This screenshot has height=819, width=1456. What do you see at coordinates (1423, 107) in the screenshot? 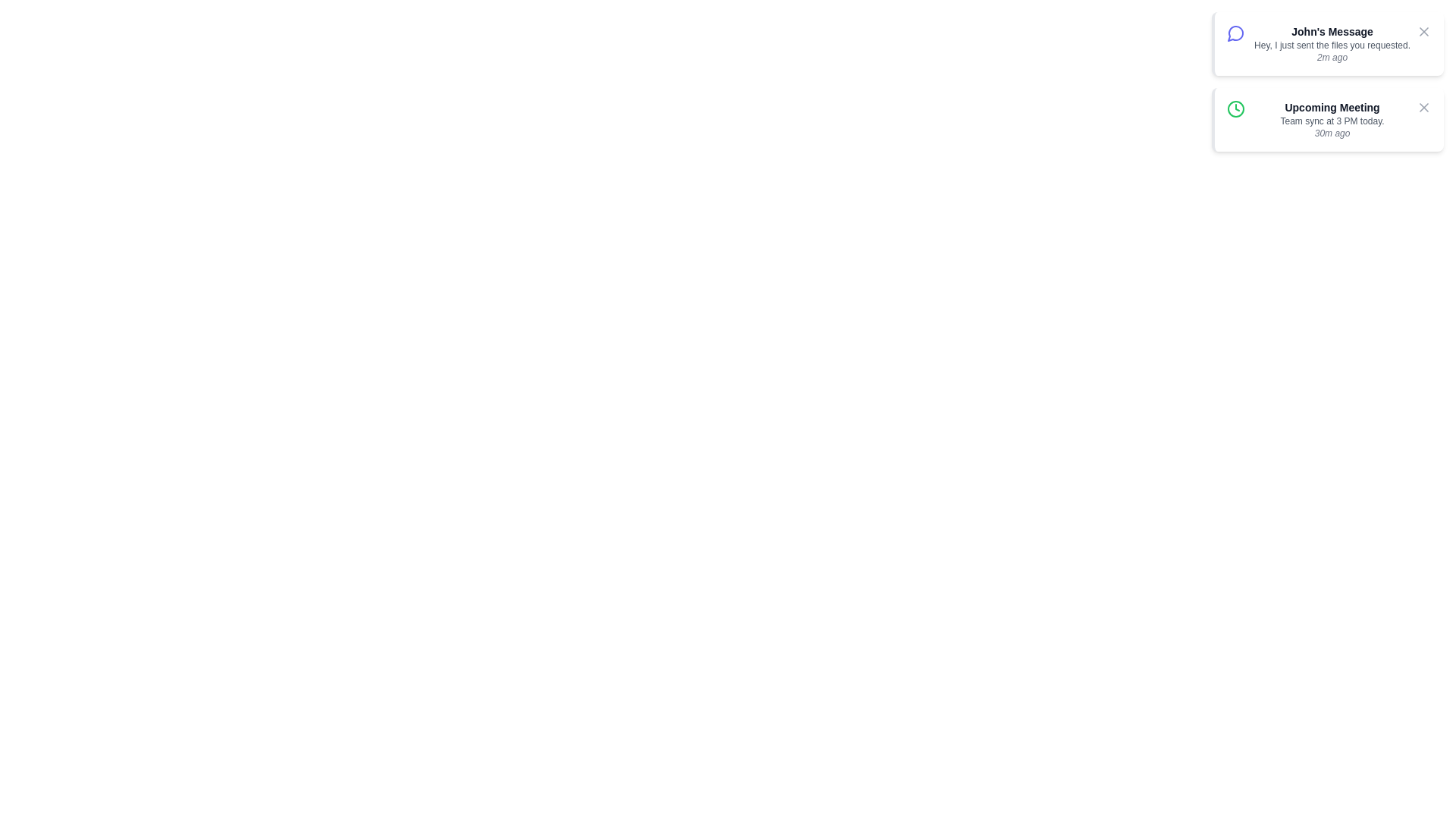
I see `close button for the notification titled Upcoming Meeting` at bounding box center [1423, 107].